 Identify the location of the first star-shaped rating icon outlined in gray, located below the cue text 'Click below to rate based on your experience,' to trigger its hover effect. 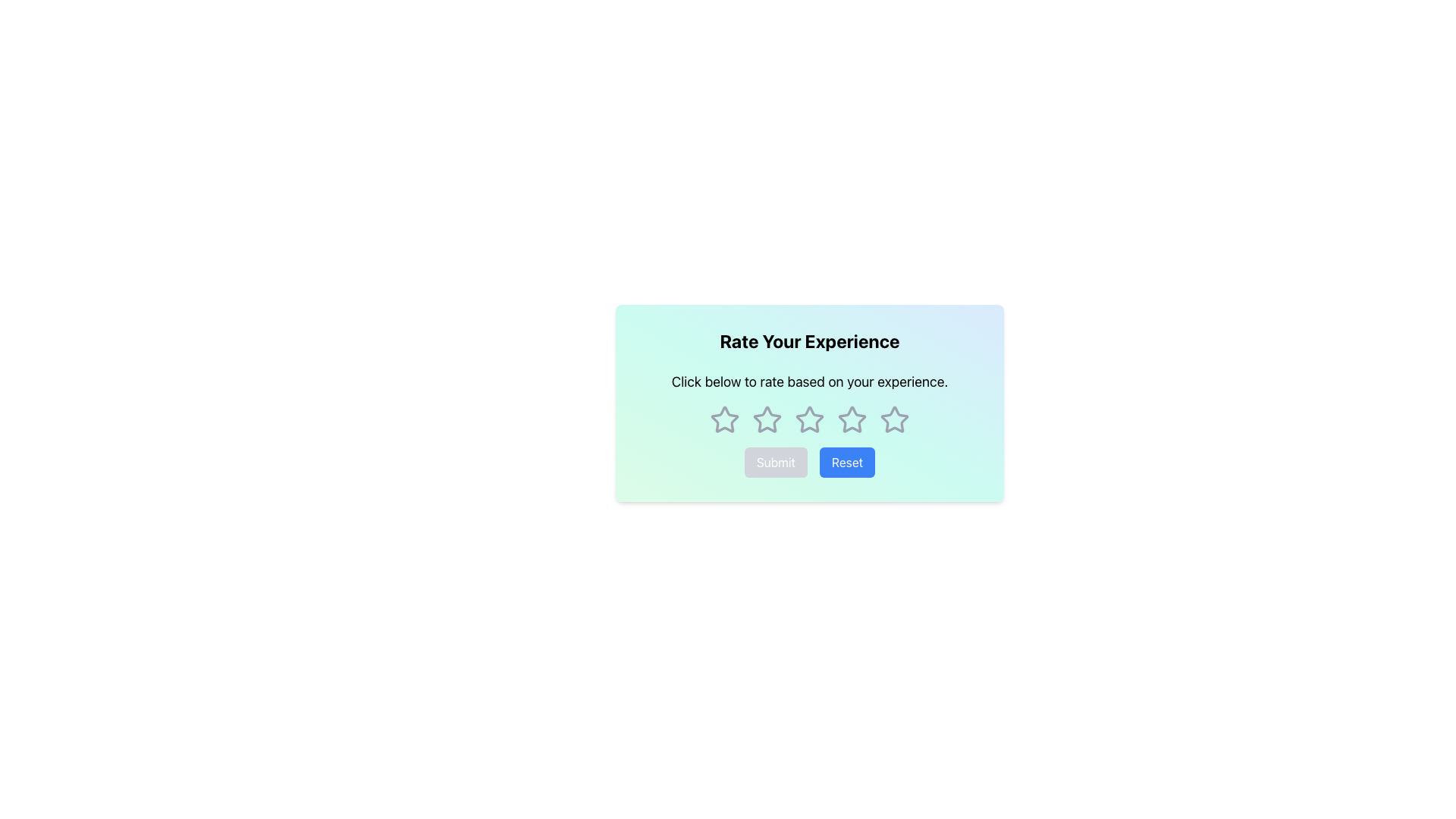
(723, 420).